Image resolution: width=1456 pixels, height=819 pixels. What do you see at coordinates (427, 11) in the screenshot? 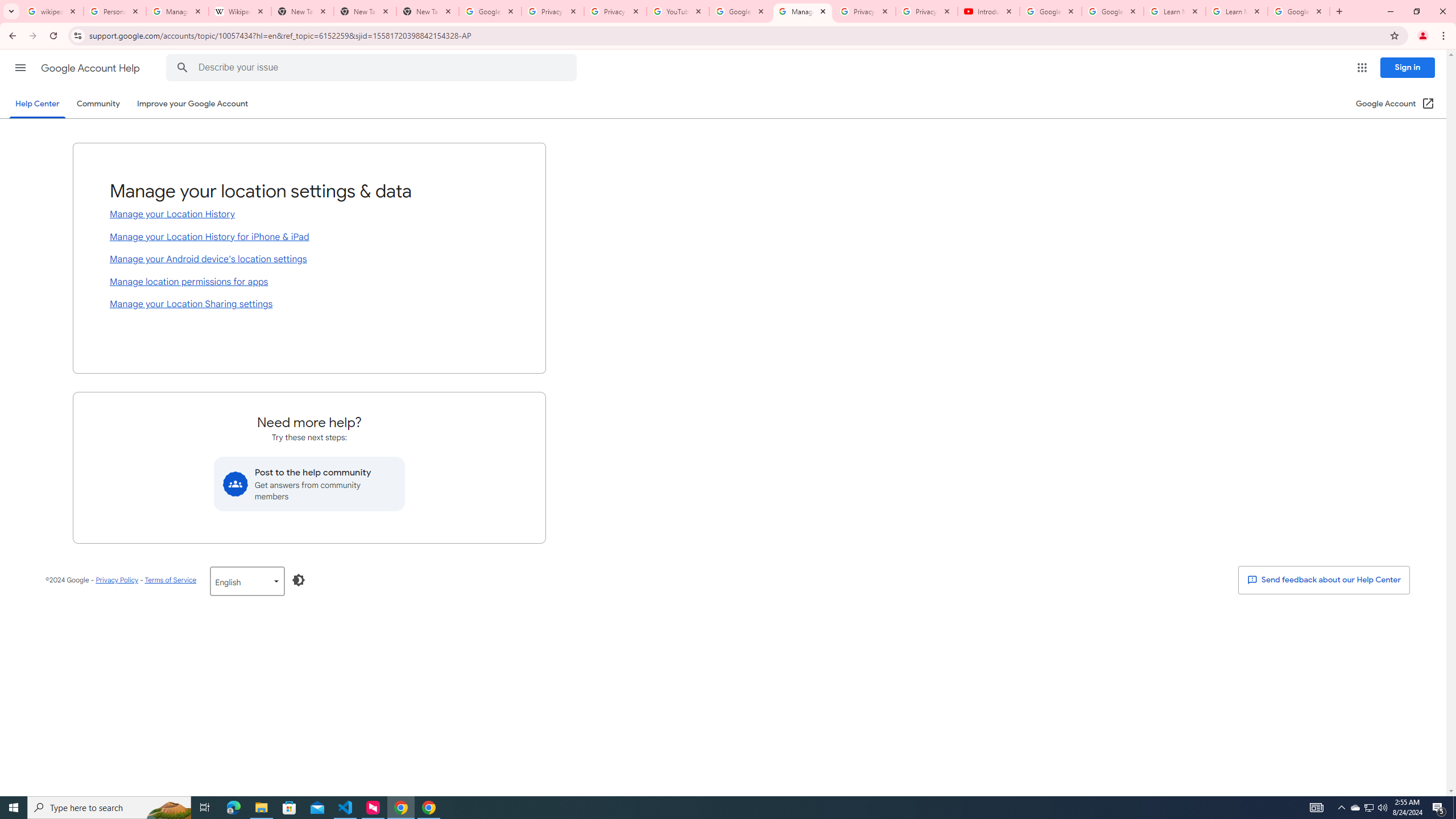
I see `'New Tab'` at bounding box center [427, 11].